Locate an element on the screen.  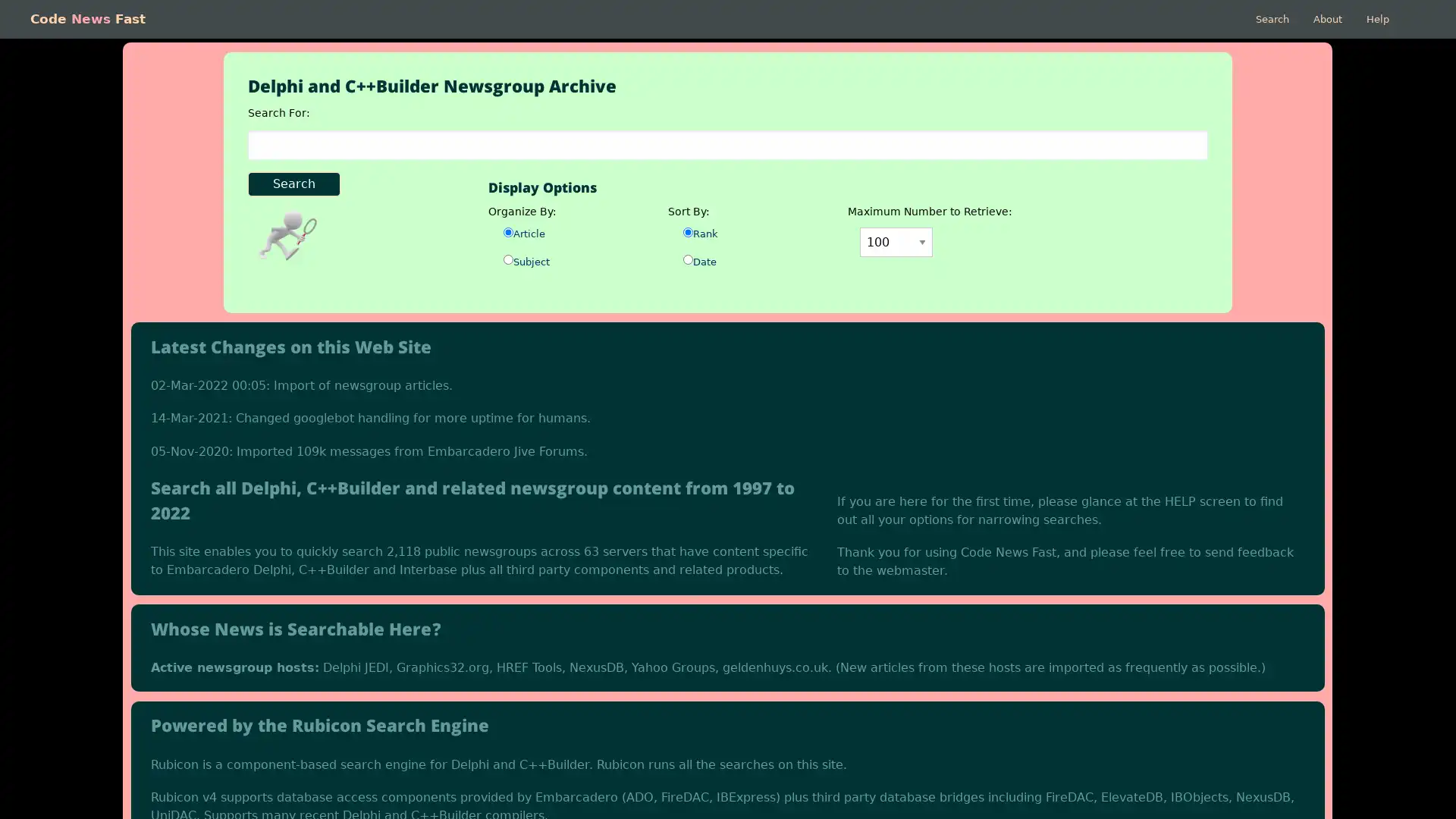
Search is located at coordinates (294, 183).